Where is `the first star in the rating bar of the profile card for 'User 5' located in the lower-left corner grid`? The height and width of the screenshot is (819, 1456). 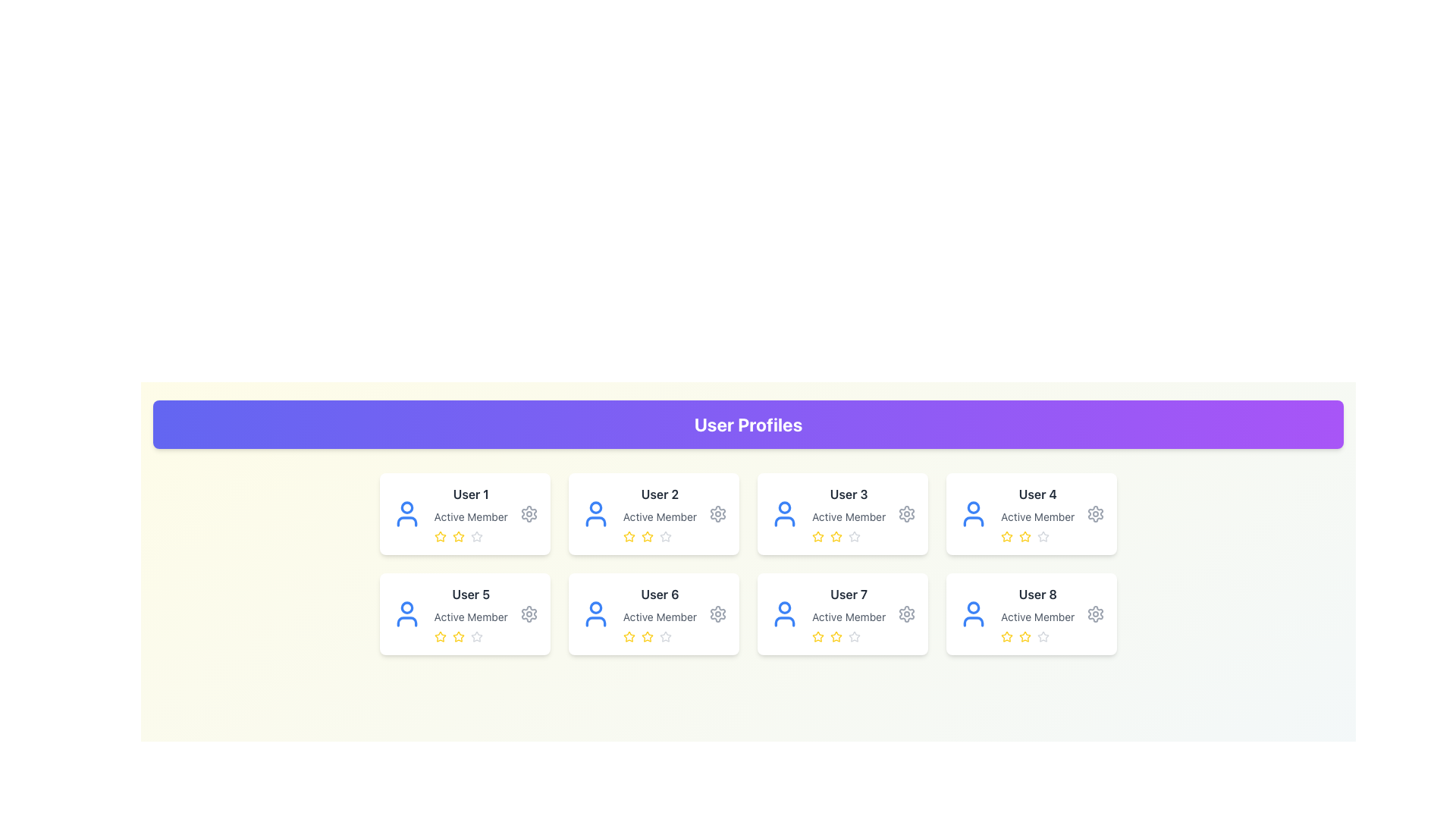 the first star in the rating bar of the profile card for 'User 5' located in the lower-left corner grid is located at coordinates (439, 637).